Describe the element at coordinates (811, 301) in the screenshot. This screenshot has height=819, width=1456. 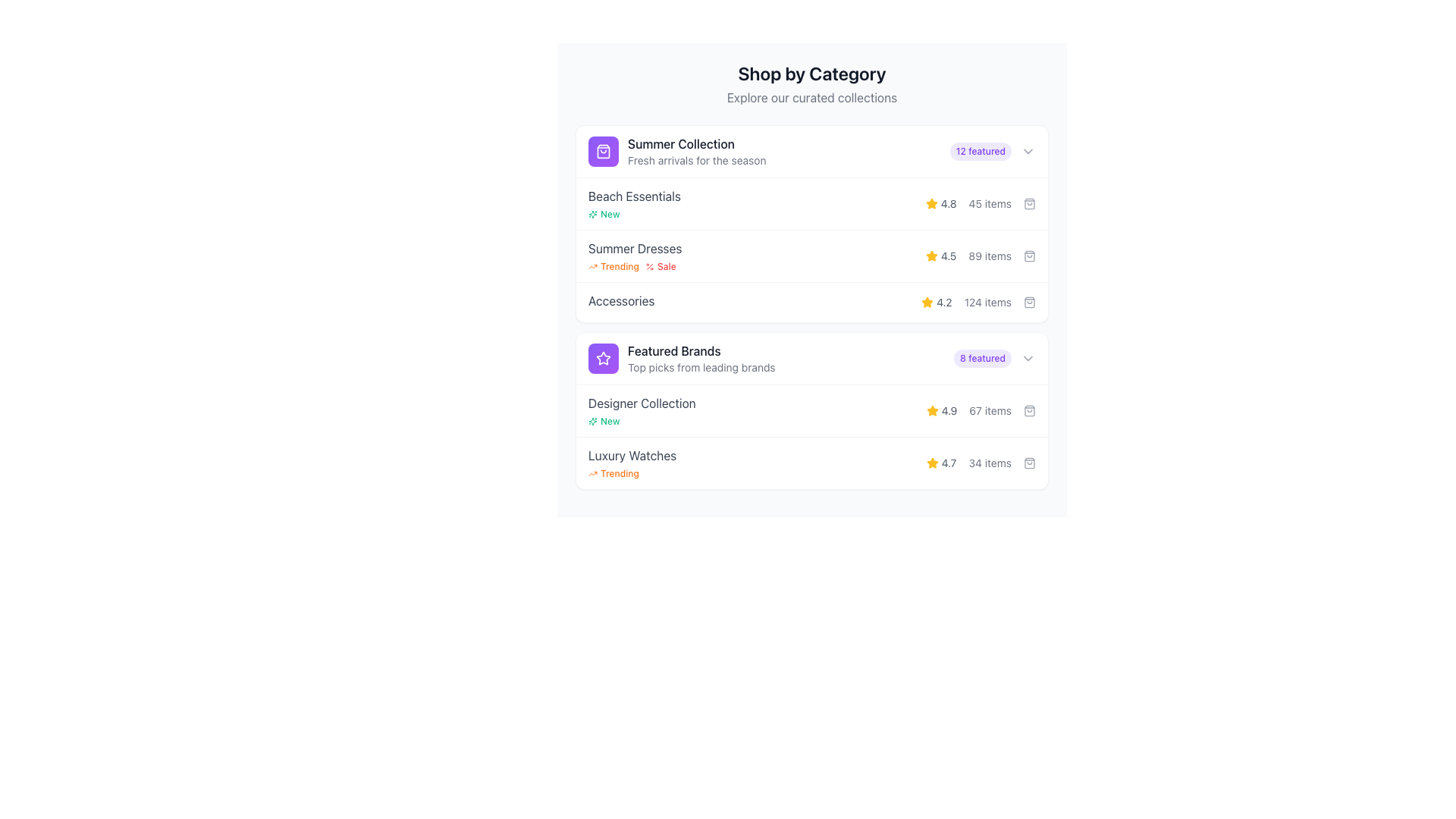
I see `the fourth row in the 'Shop by Category' section, which is labeled 'Accessories'` at that location.